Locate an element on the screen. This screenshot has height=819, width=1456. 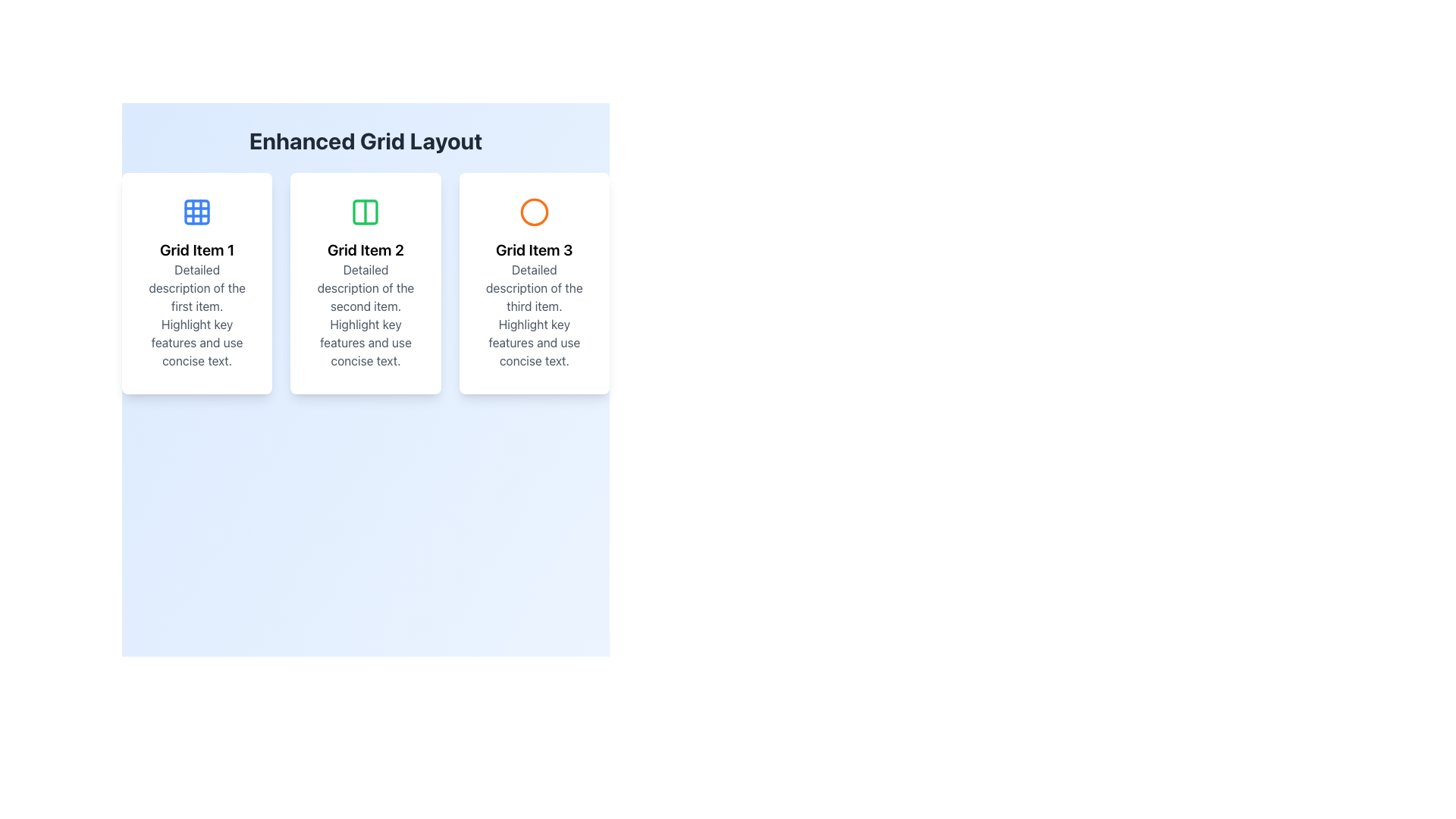
the main title text label that displays 'Enhanced Grid Layout', which serves as an informational element at the top of the interface is located at coordinates (366, 140).